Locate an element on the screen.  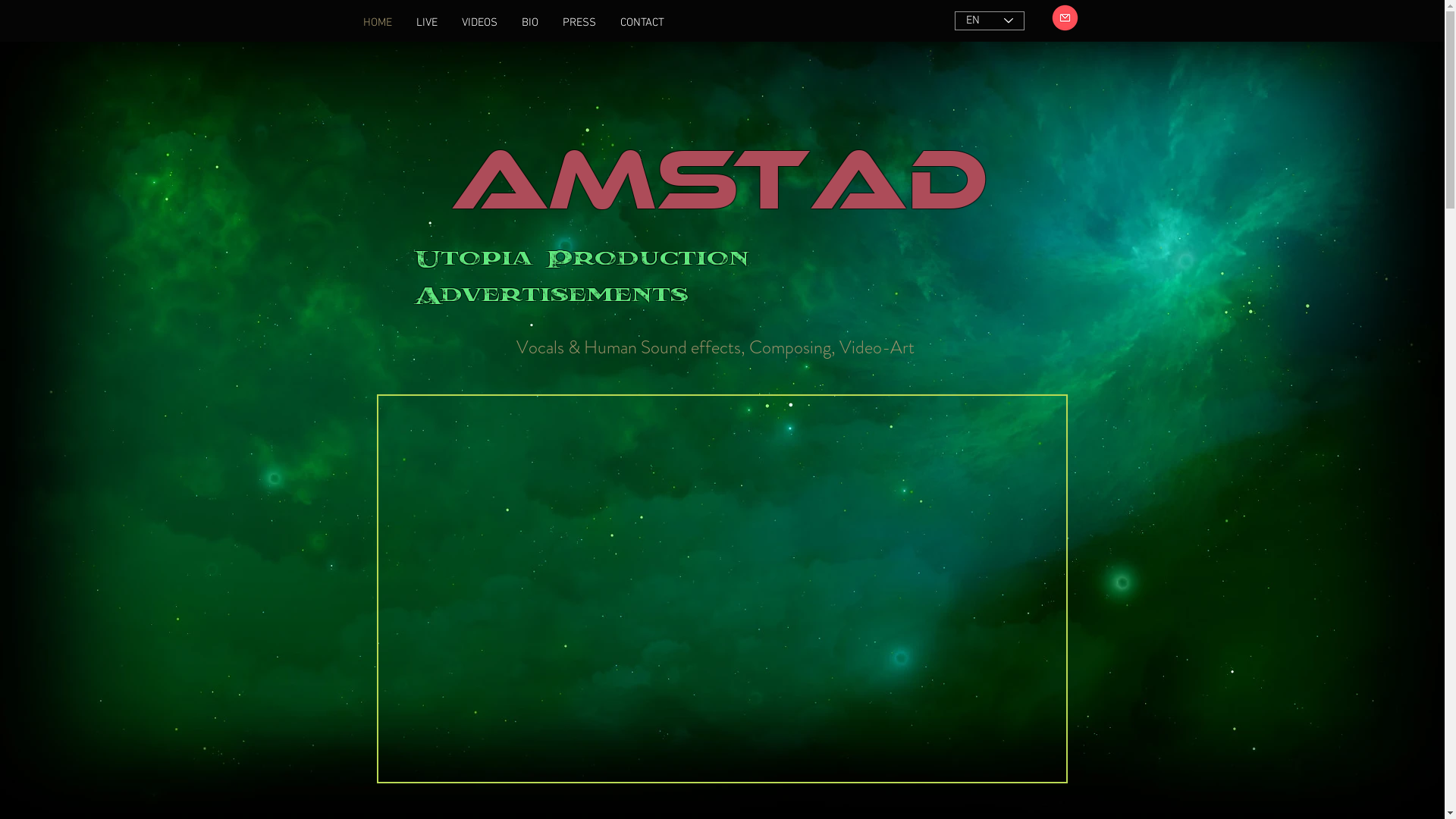
'CONTACT' is located at coordinates (642, 23).